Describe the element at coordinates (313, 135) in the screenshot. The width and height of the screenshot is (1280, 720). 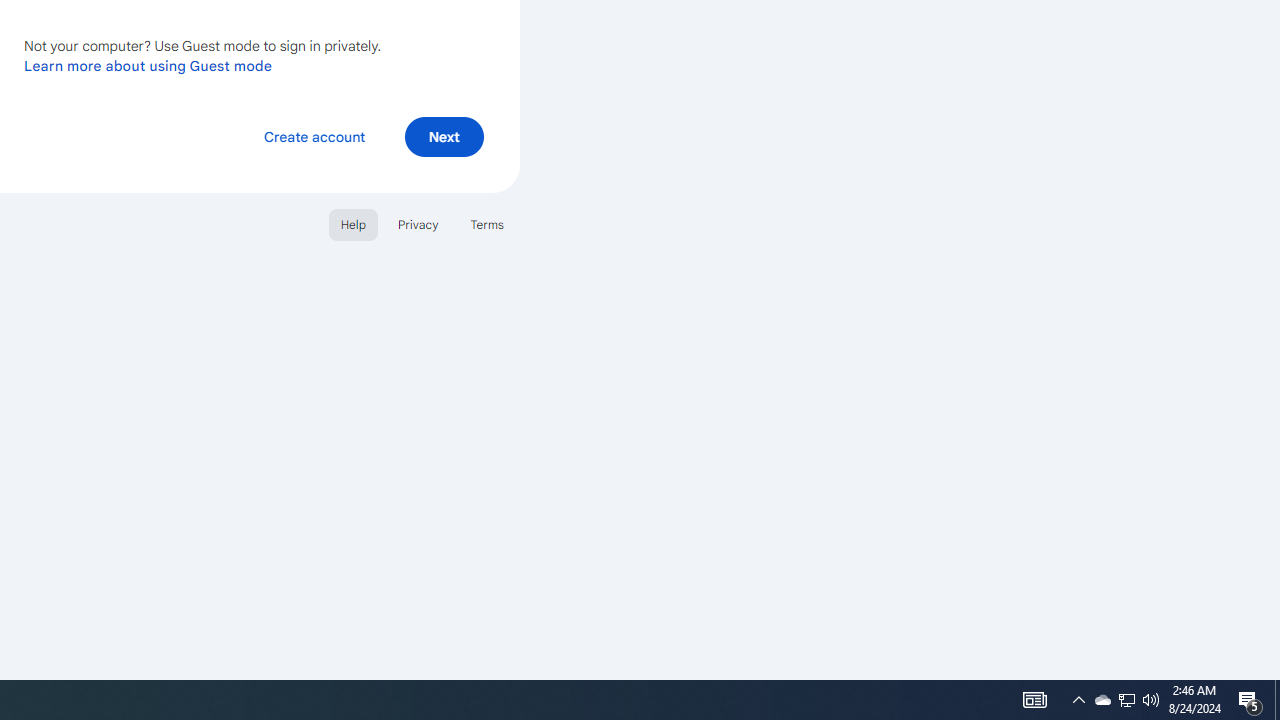
I see `'Create account'` at that location.